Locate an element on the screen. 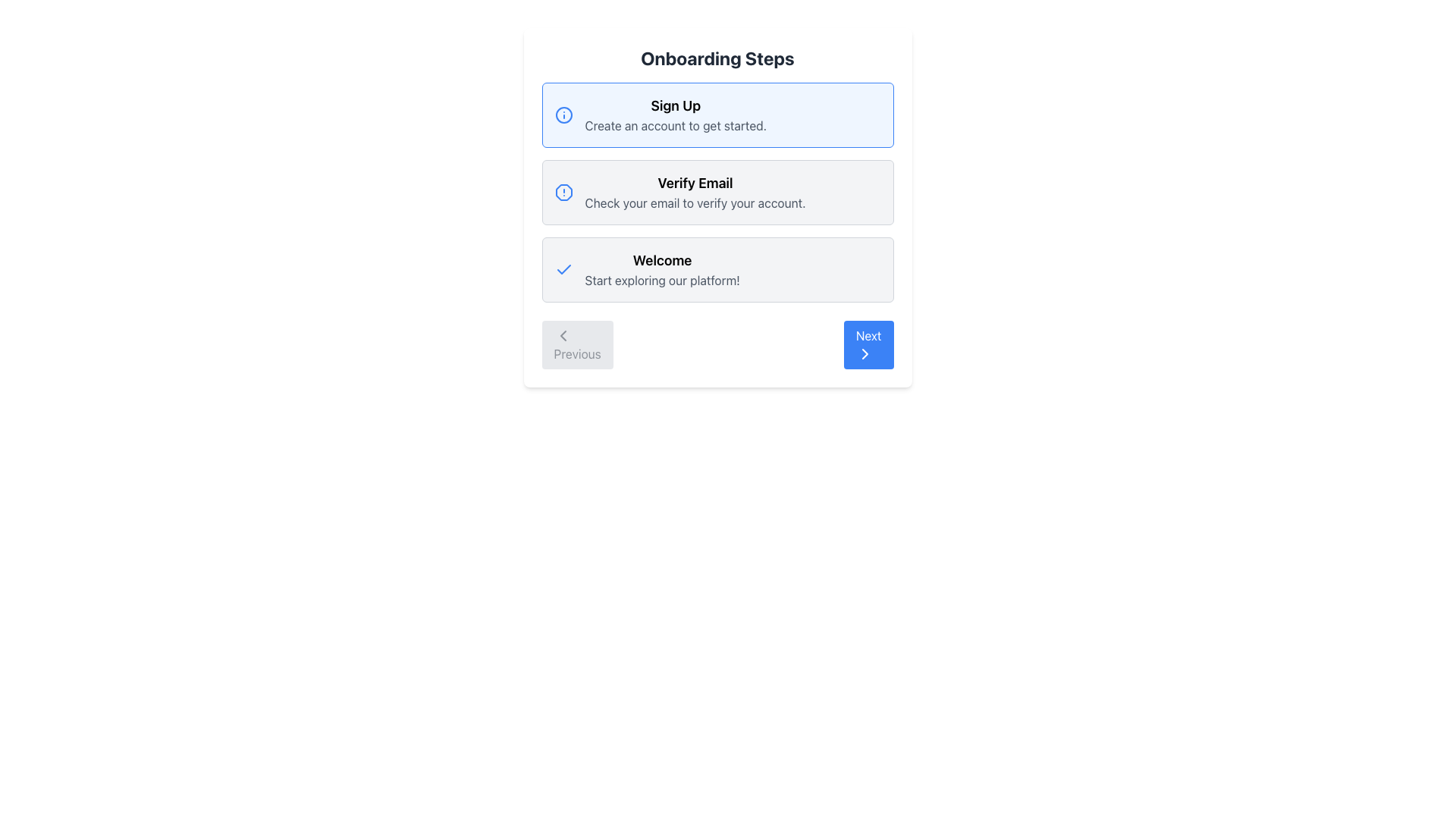 Image resolution: width=1456 pixels, height=819 pixels. the informational text block indicating the user needs to check their email for account verification, which is the second item in the onboarding steps is located at coordinates (694, 192).